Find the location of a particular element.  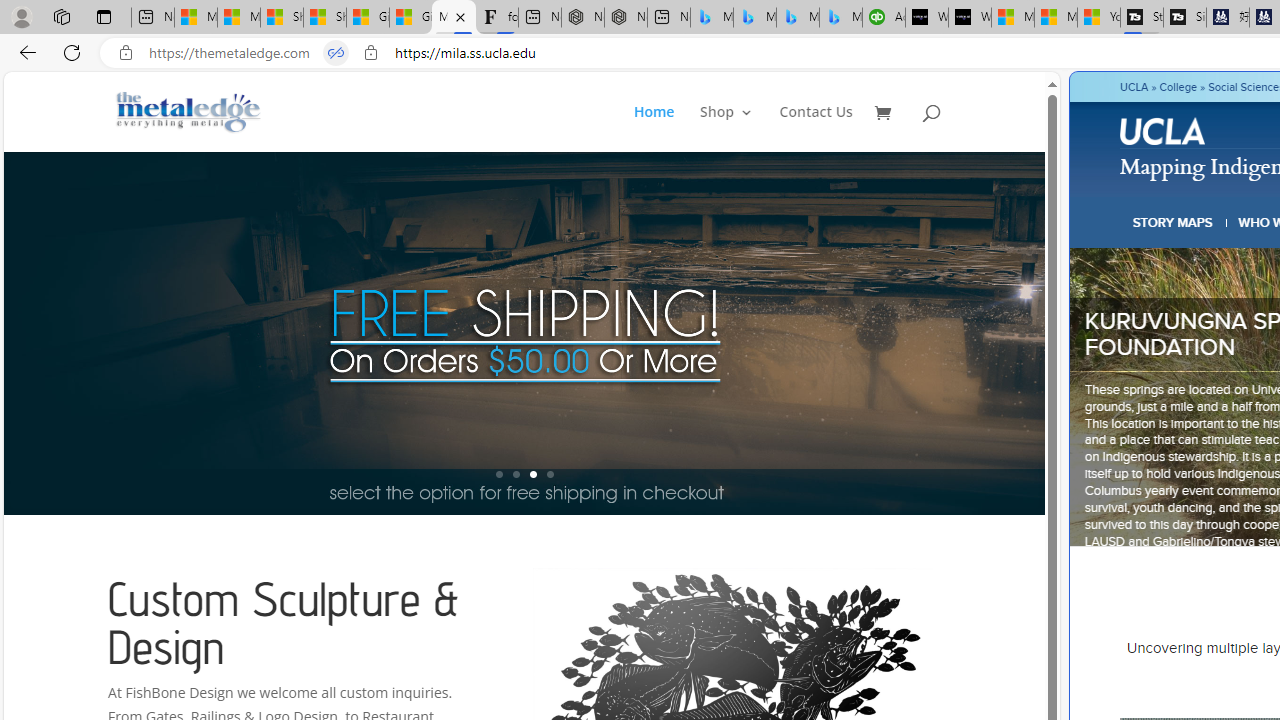

'Microsoft Start Sports' is located at coordinates (1013, 17).